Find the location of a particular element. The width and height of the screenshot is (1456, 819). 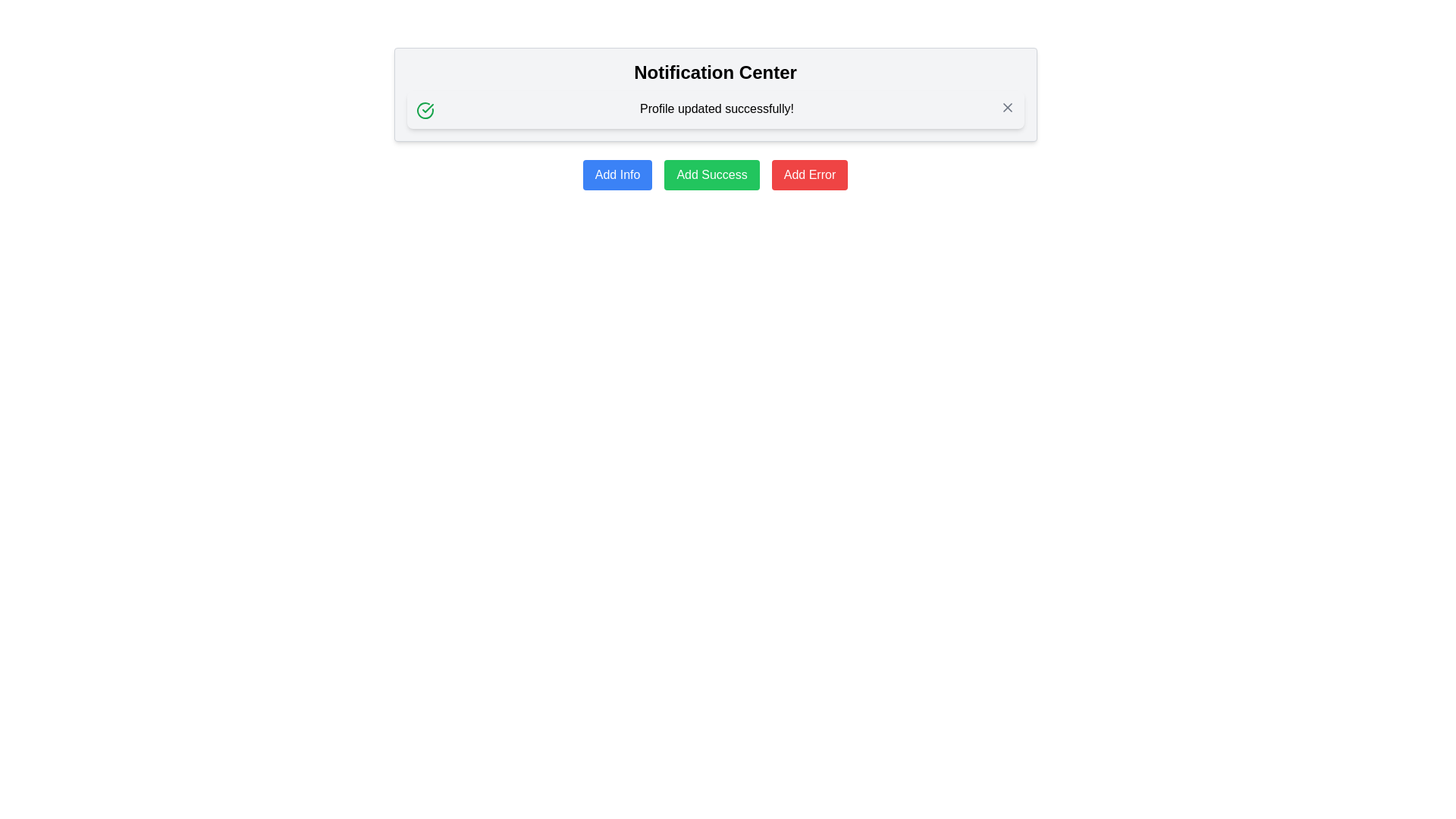

the Close button located at the far right side of the notification box that reads 'Profile updated successfully!' is located at coordinates (1007, 107).